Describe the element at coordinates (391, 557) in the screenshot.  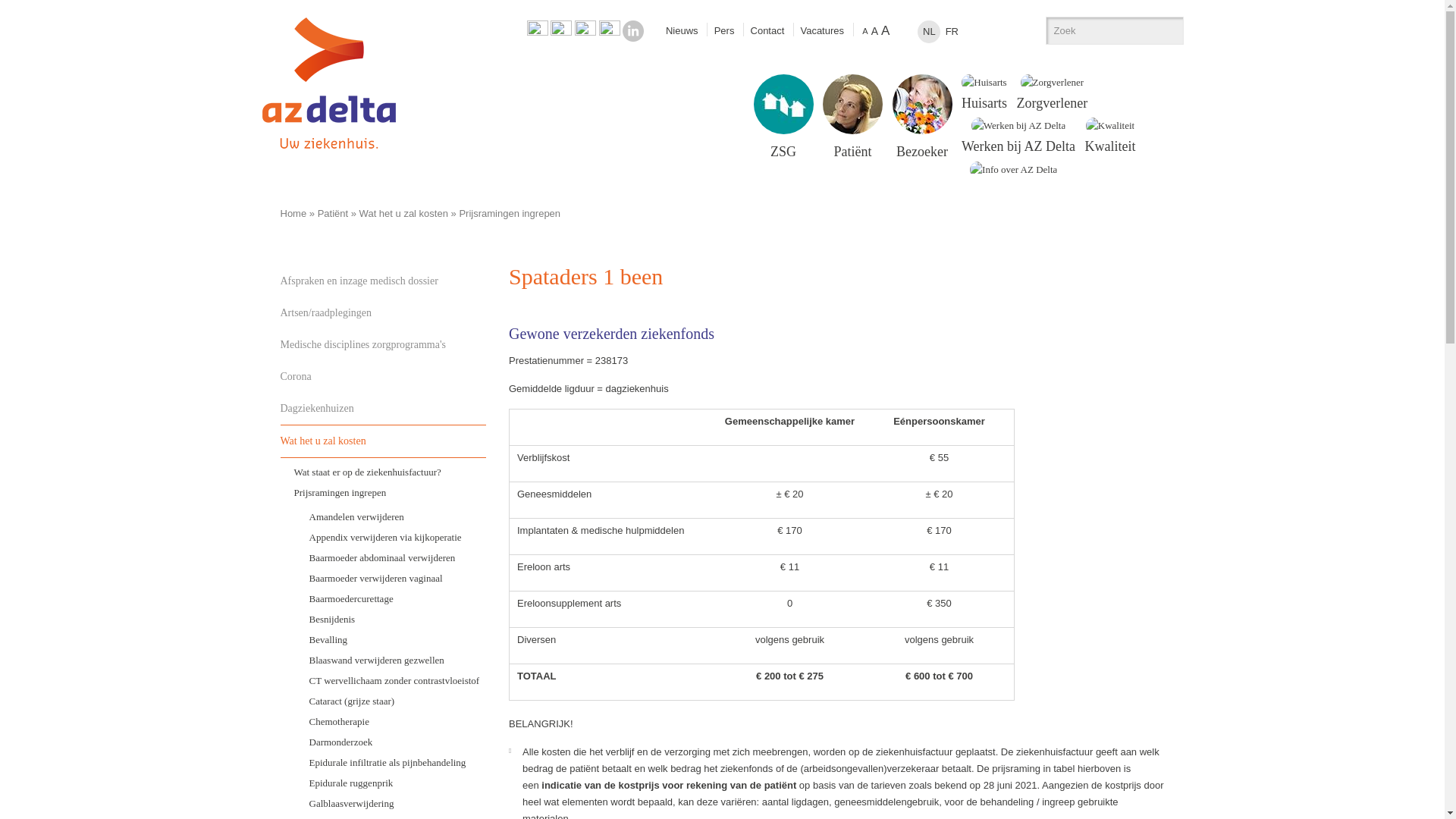
I see `'Baarmoeder abdominaal verwijderen'` at that location.